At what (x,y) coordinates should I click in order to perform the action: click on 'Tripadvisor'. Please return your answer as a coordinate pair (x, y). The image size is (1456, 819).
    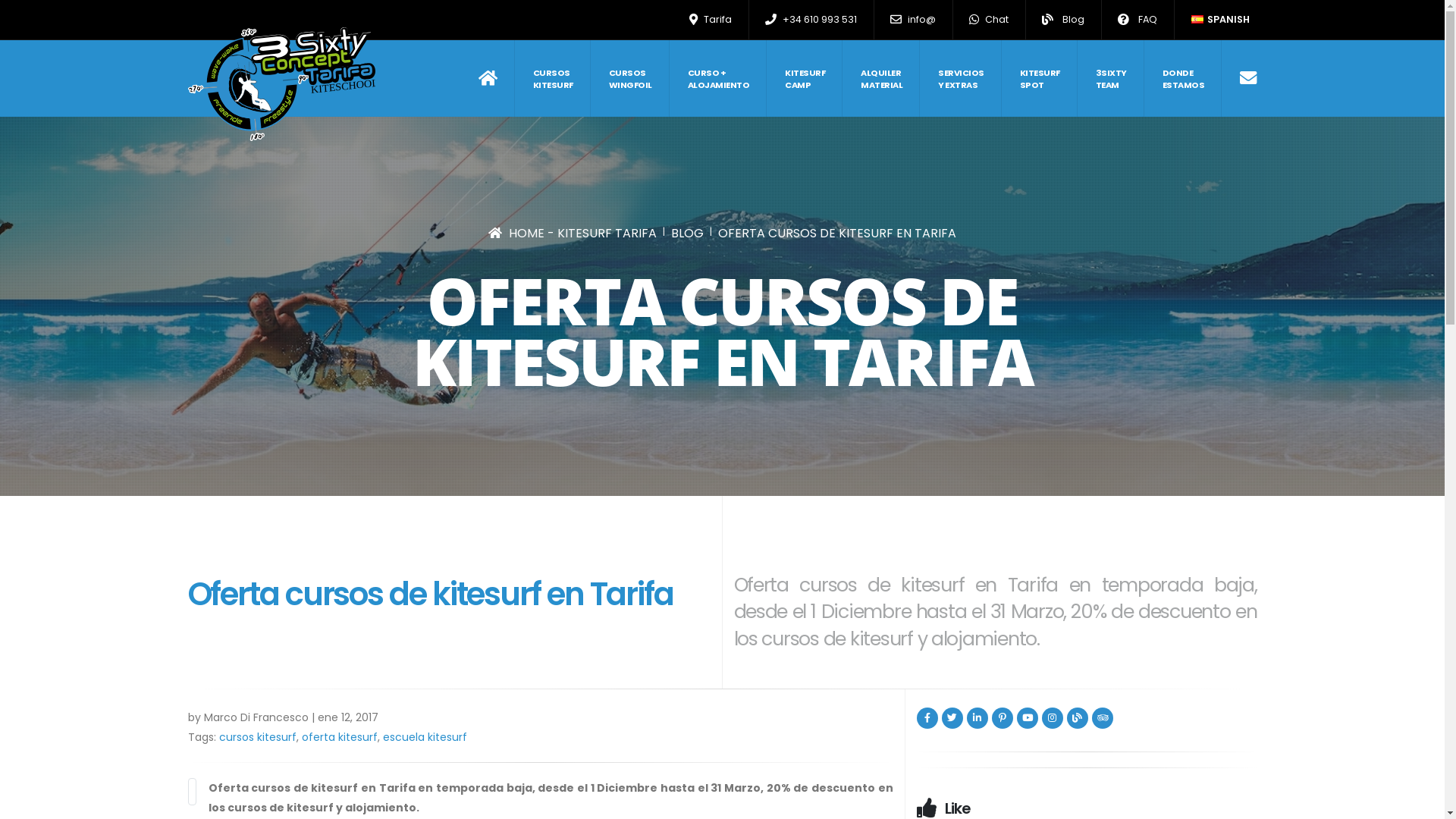
    Looking at the image, I should click on (1103, 717).